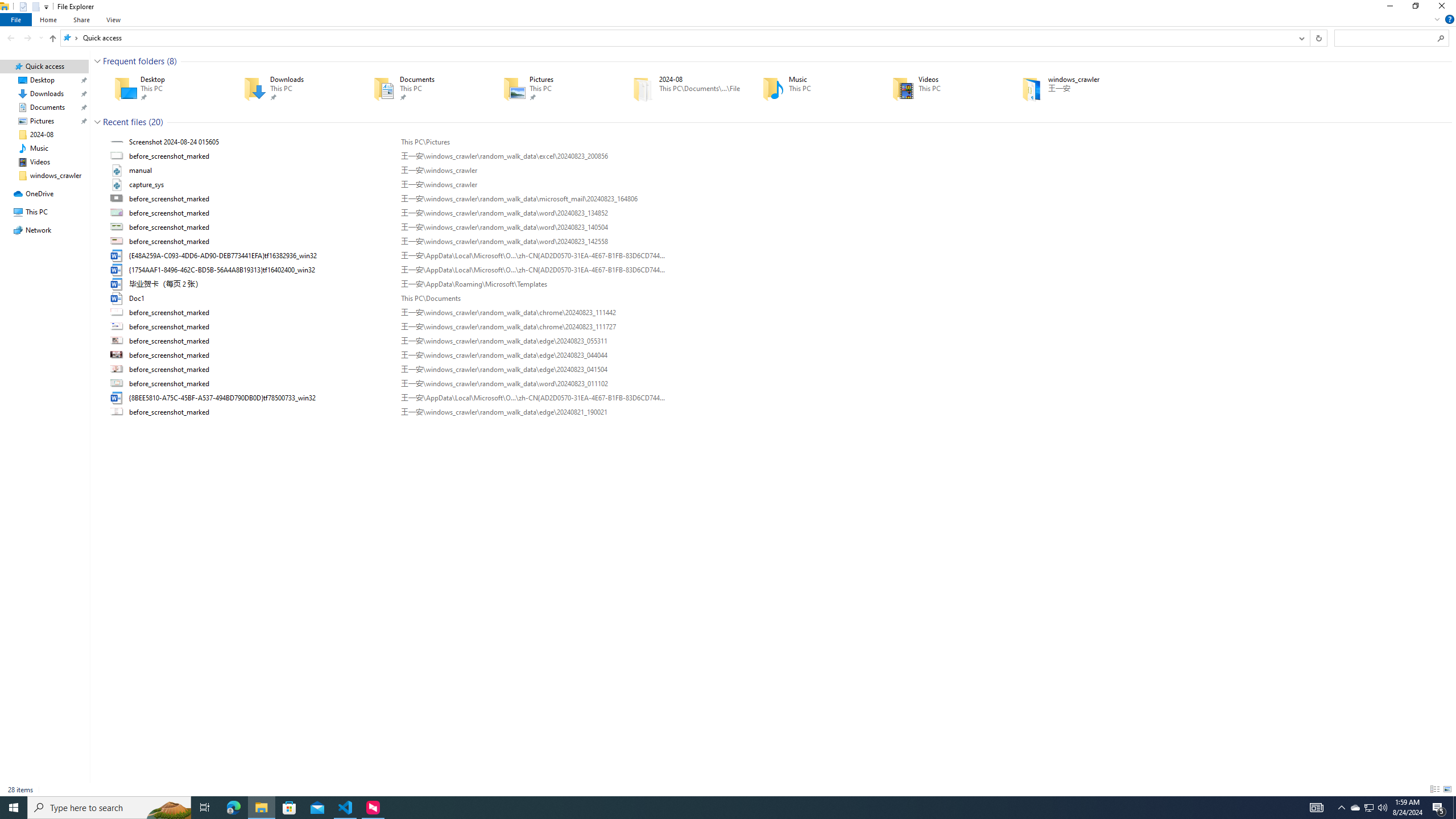  Describe the element at coordinates (1414, 9) in the screenshot. I see `'Restore'` at that location.